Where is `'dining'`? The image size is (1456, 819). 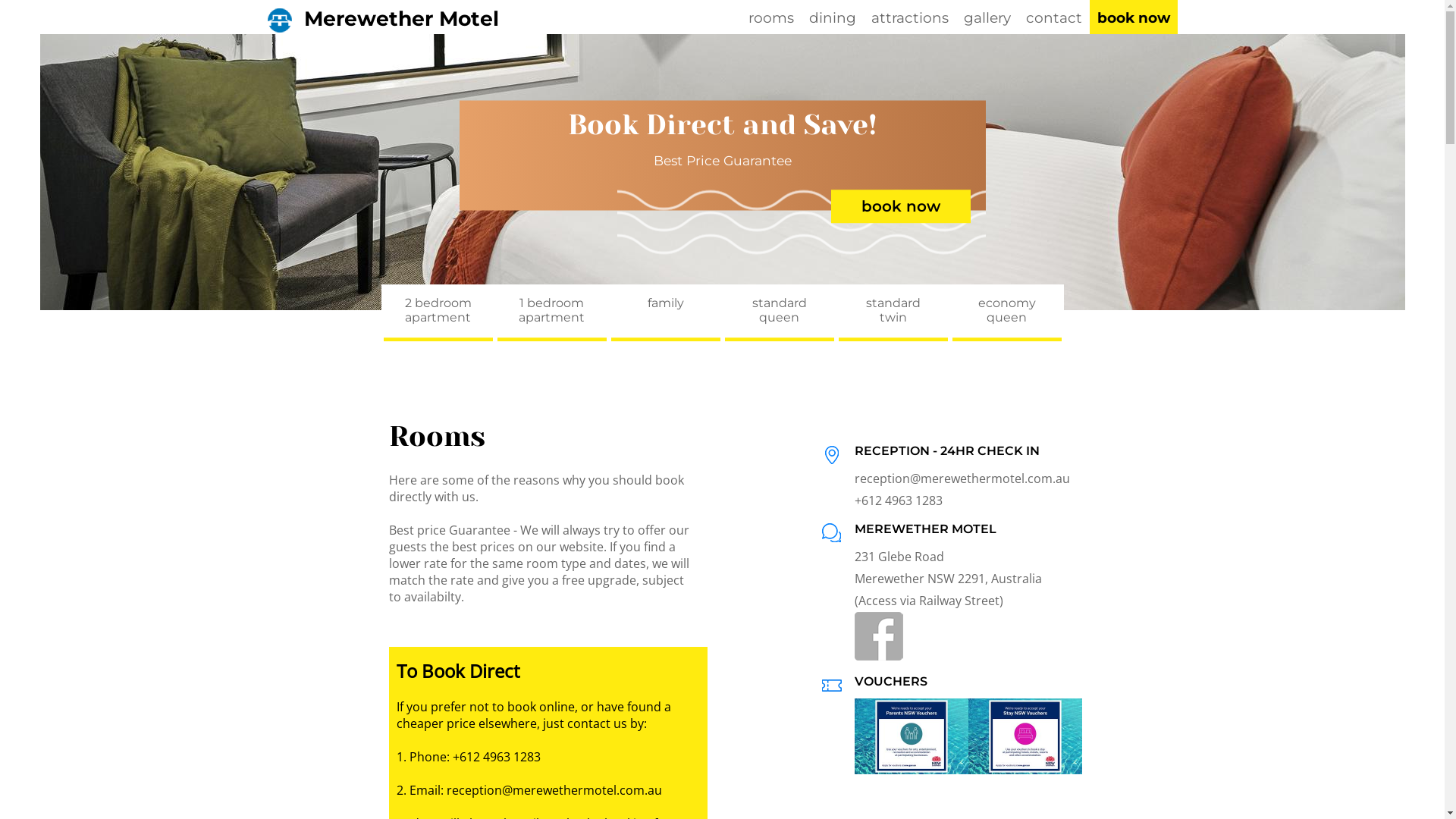
'dining' is located at coordinates (831, 17).